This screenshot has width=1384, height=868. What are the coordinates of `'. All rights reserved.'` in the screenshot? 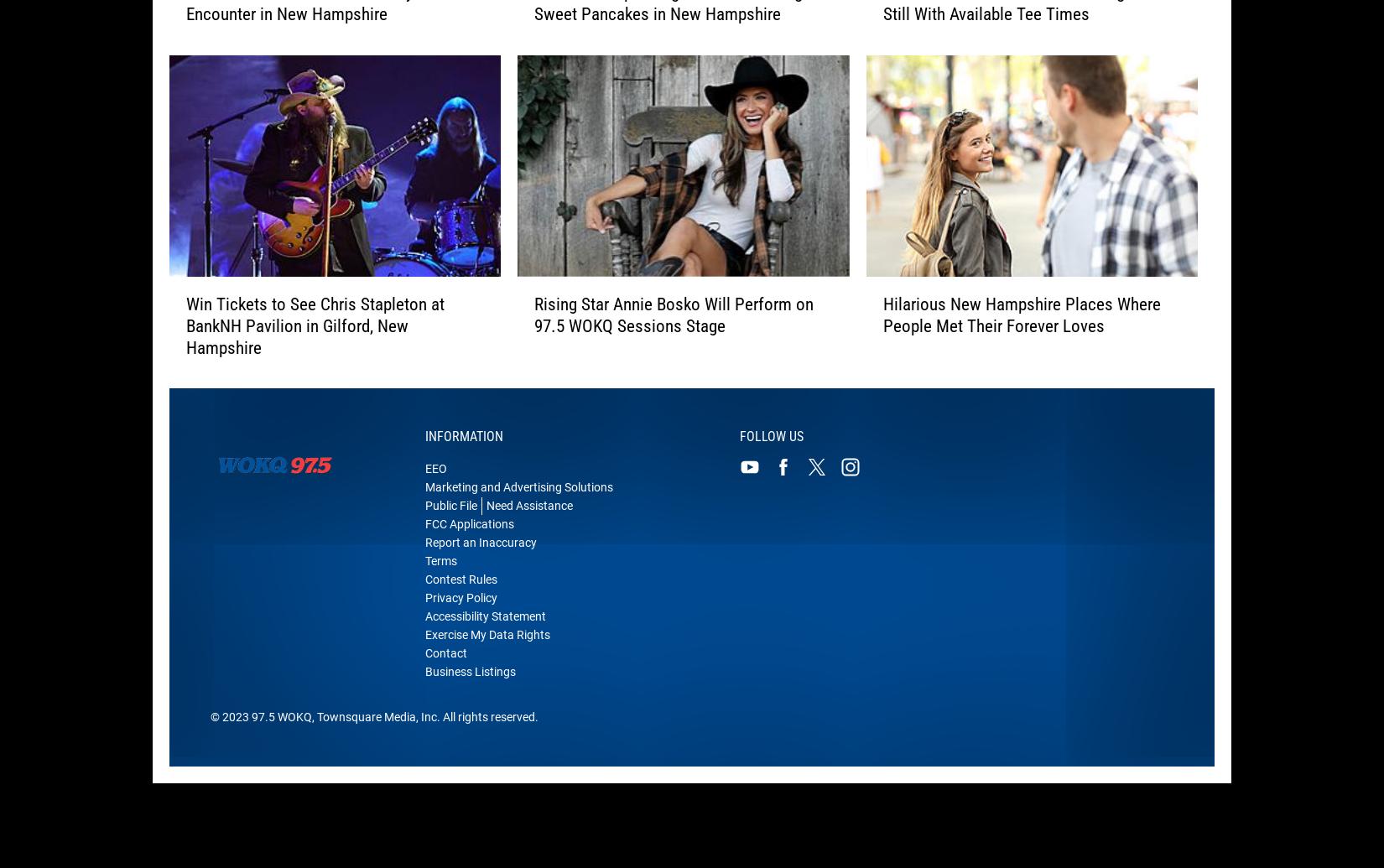 It's located at (486, 727).